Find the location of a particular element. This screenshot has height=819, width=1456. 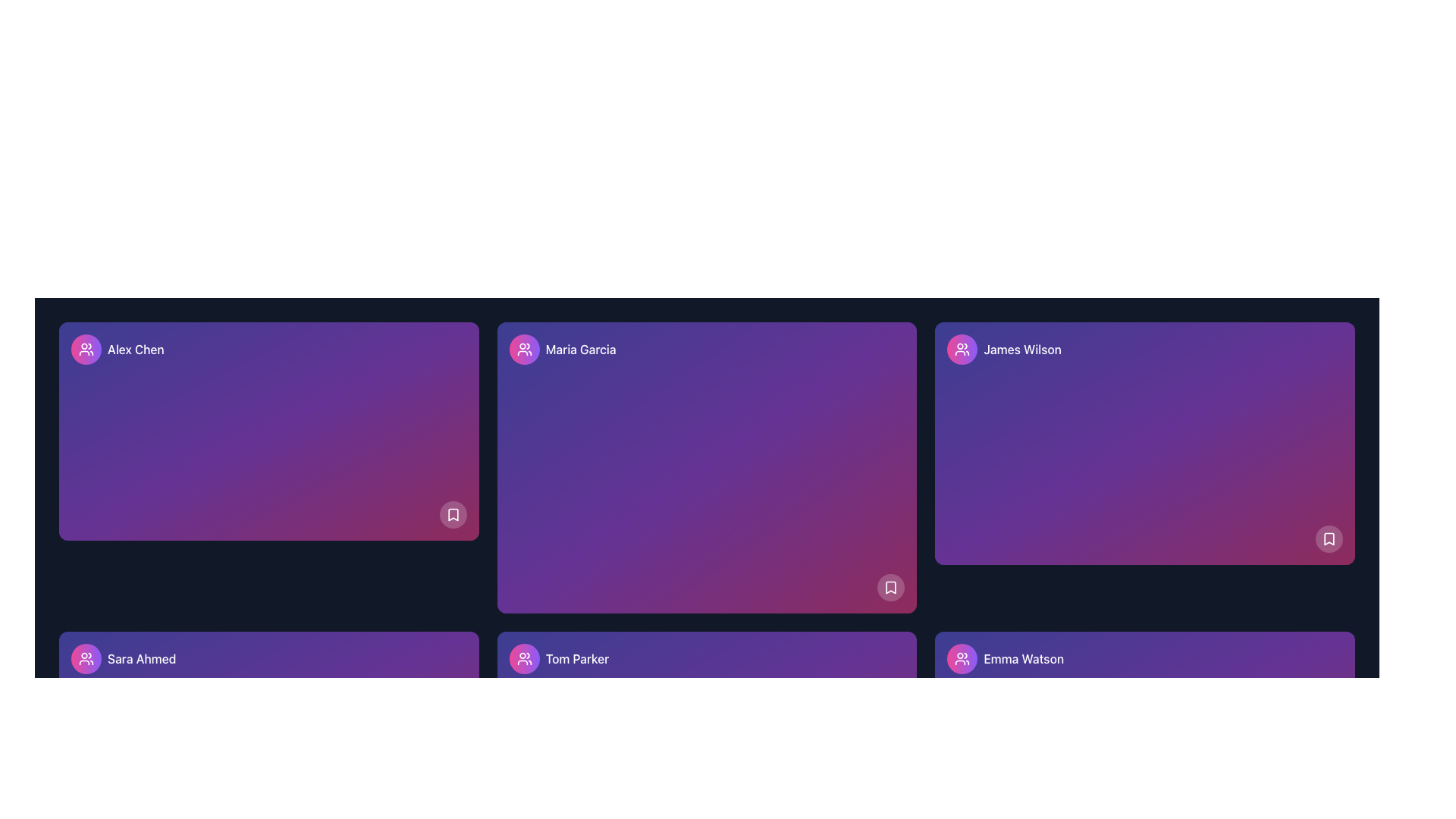

the icon representing two user figures in white color, located within a circular button with a pink to violet gradient background, situated near the top-left corner of a larger rectangular card is located at coordinates (524, 350).